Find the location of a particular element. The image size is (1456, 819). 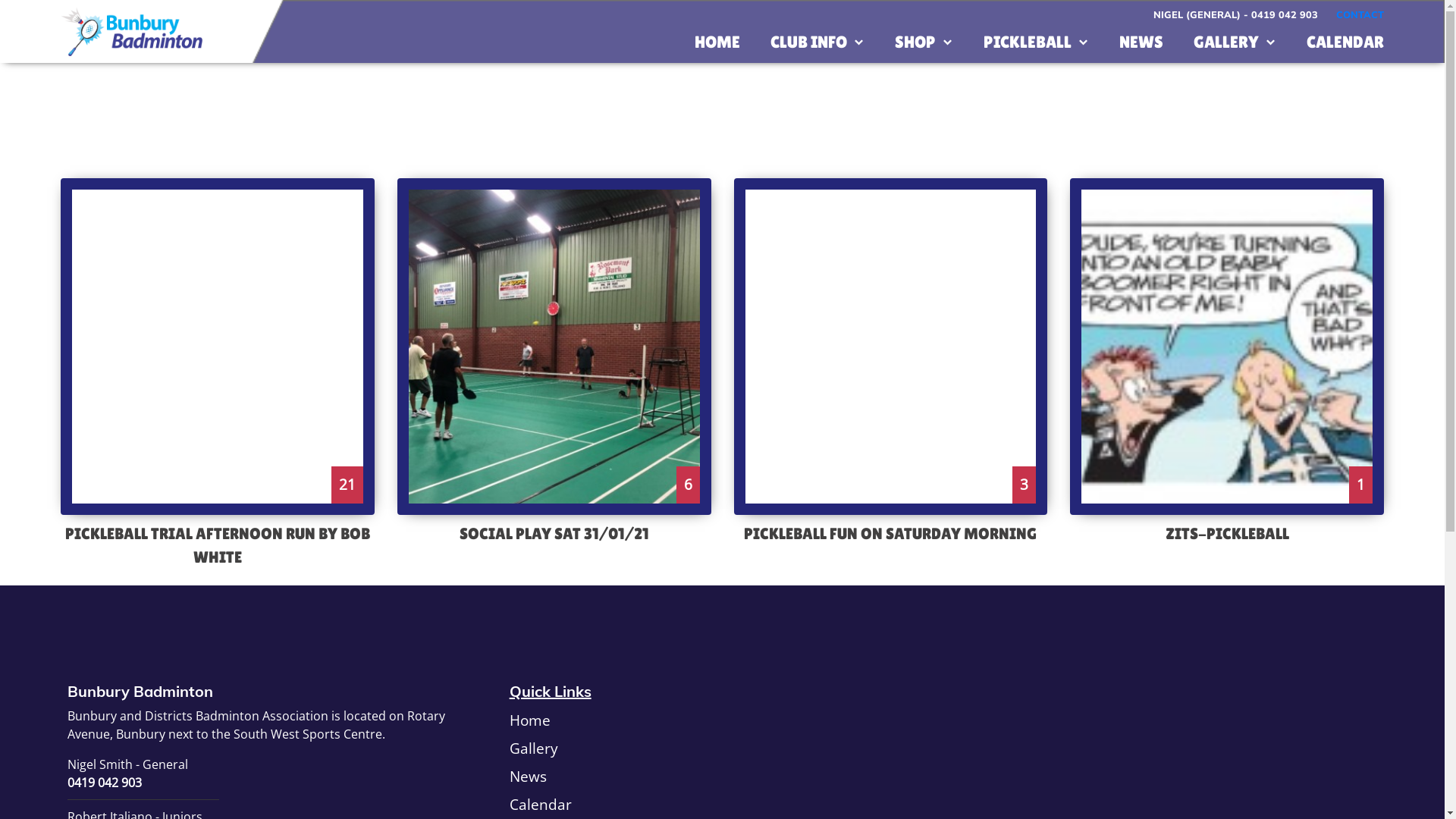

'GALLERY' is located at coordinates (1235, 42).